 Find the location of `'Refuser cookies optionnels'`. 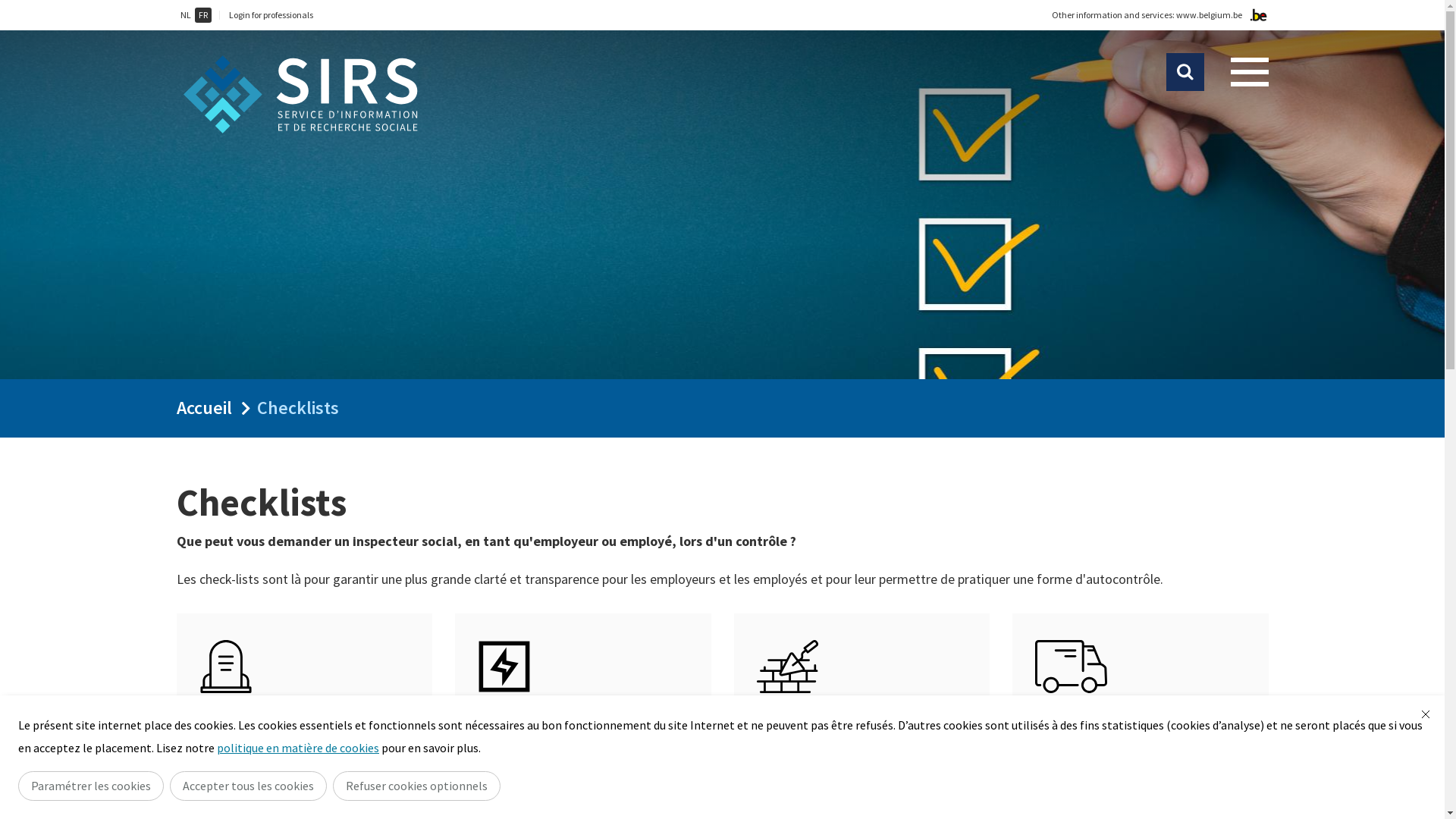

'Refuser cookies optionnels' is located at coordinates (416, 785).